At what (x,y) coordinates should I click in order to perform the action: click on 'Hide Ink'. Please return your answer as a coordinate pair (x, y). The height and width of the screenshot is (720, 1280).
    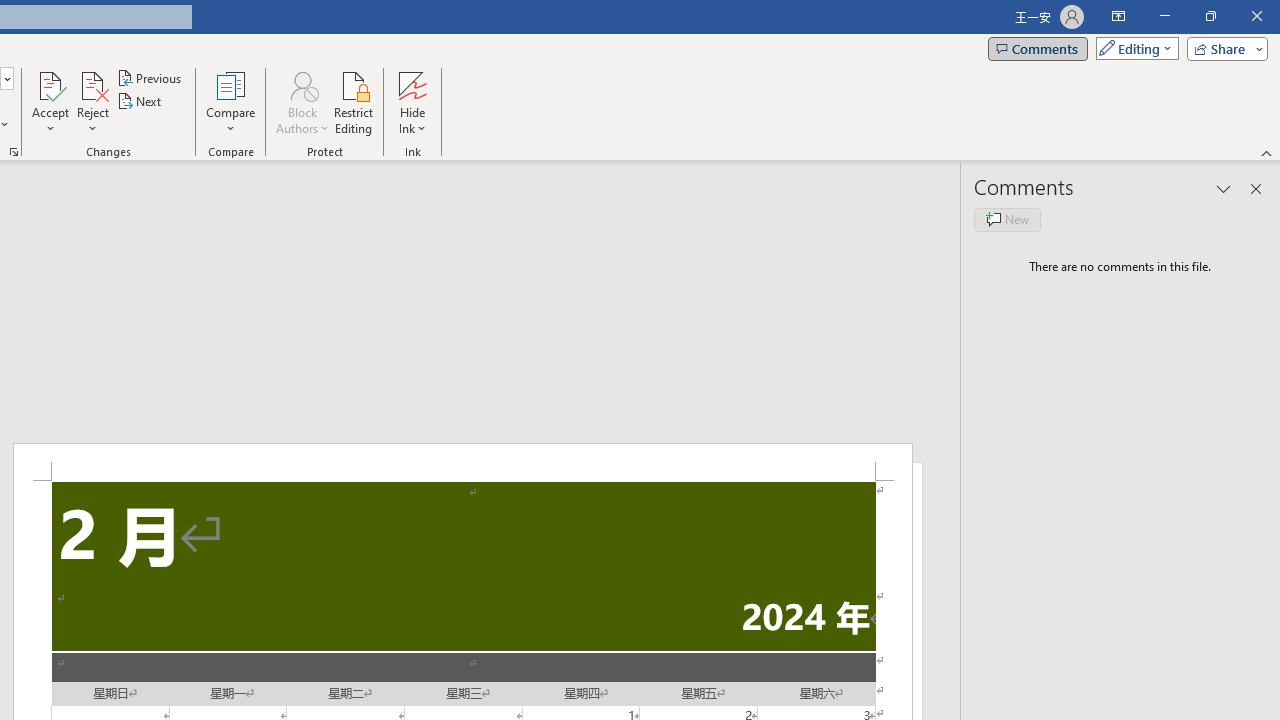
    Looking at the image, I should click on (411, 84).